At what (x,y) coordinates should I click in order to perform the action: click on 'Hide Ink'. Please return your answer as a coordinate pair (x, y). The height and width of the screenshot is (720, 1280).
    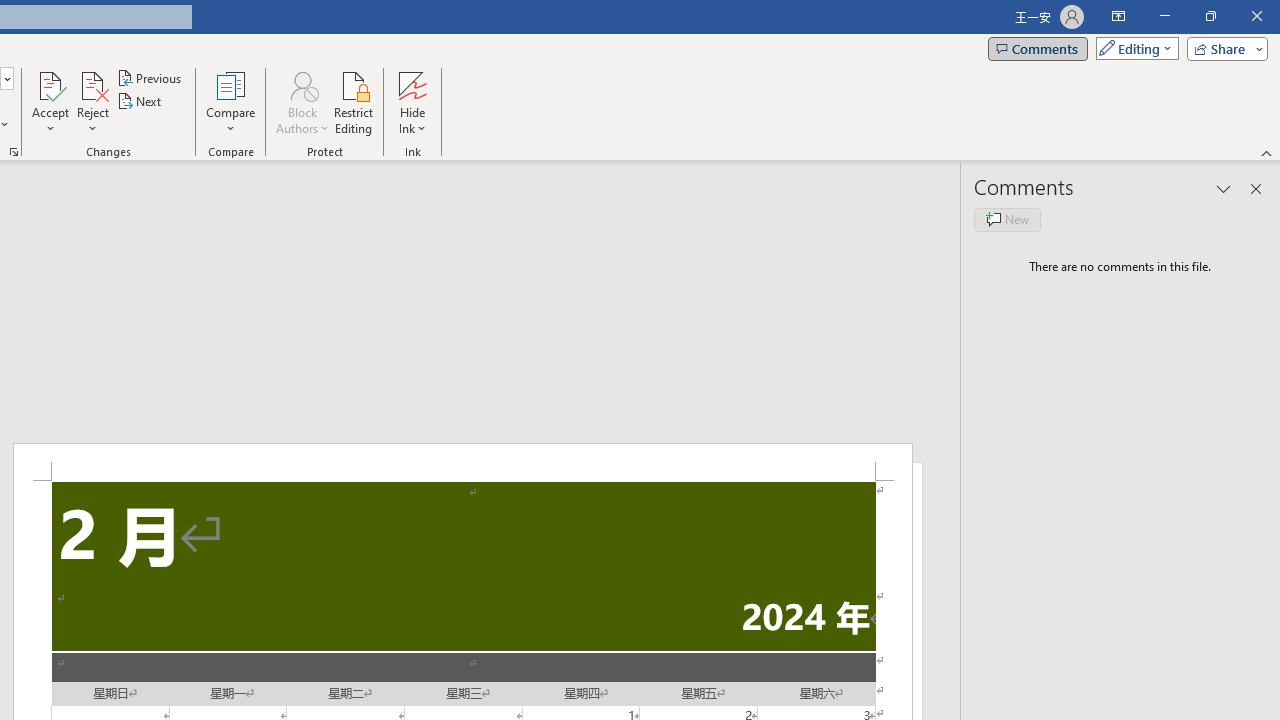
    Looking at the image, I should click on (411, 84).